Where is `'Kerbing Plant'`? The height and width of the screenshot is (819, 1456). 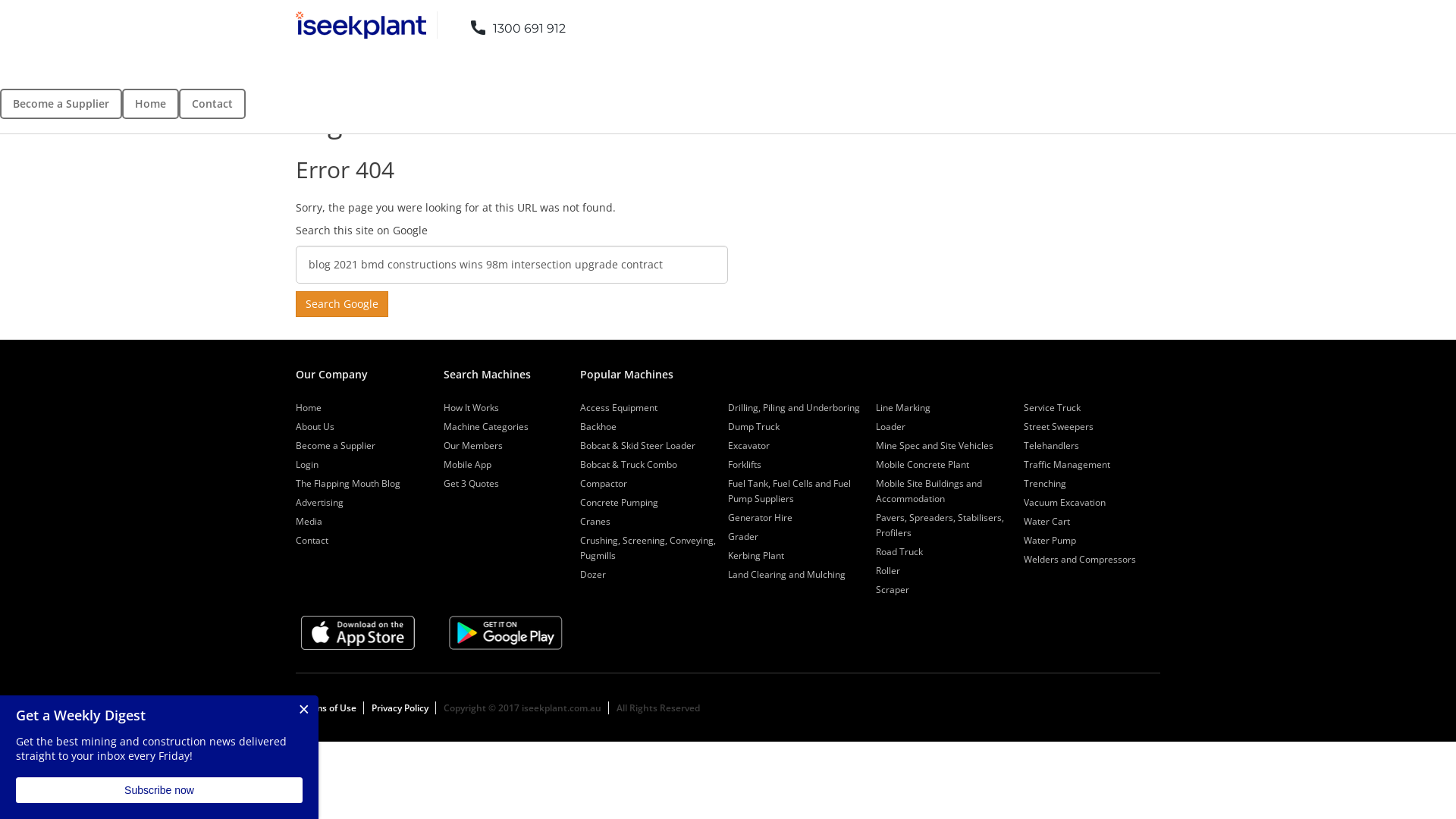
'Kerbing Plant' is located at coordinates (728, 555).